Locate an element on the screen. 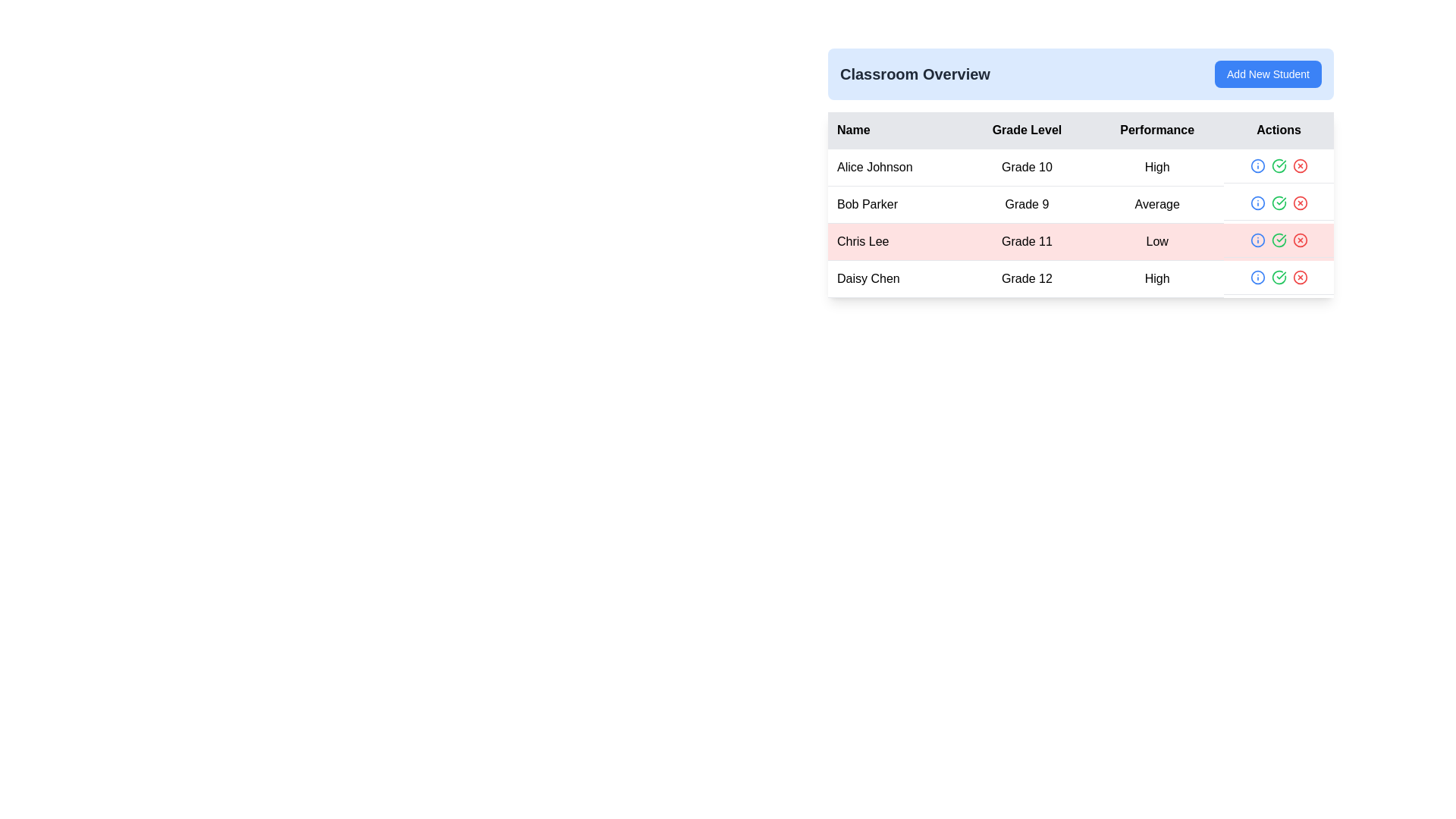 This screenshot has width=1456, height=819. the confirmation icon button in the Actions column of the third row associated with 'Chris Lee' is located at coordinates (1278, 277).